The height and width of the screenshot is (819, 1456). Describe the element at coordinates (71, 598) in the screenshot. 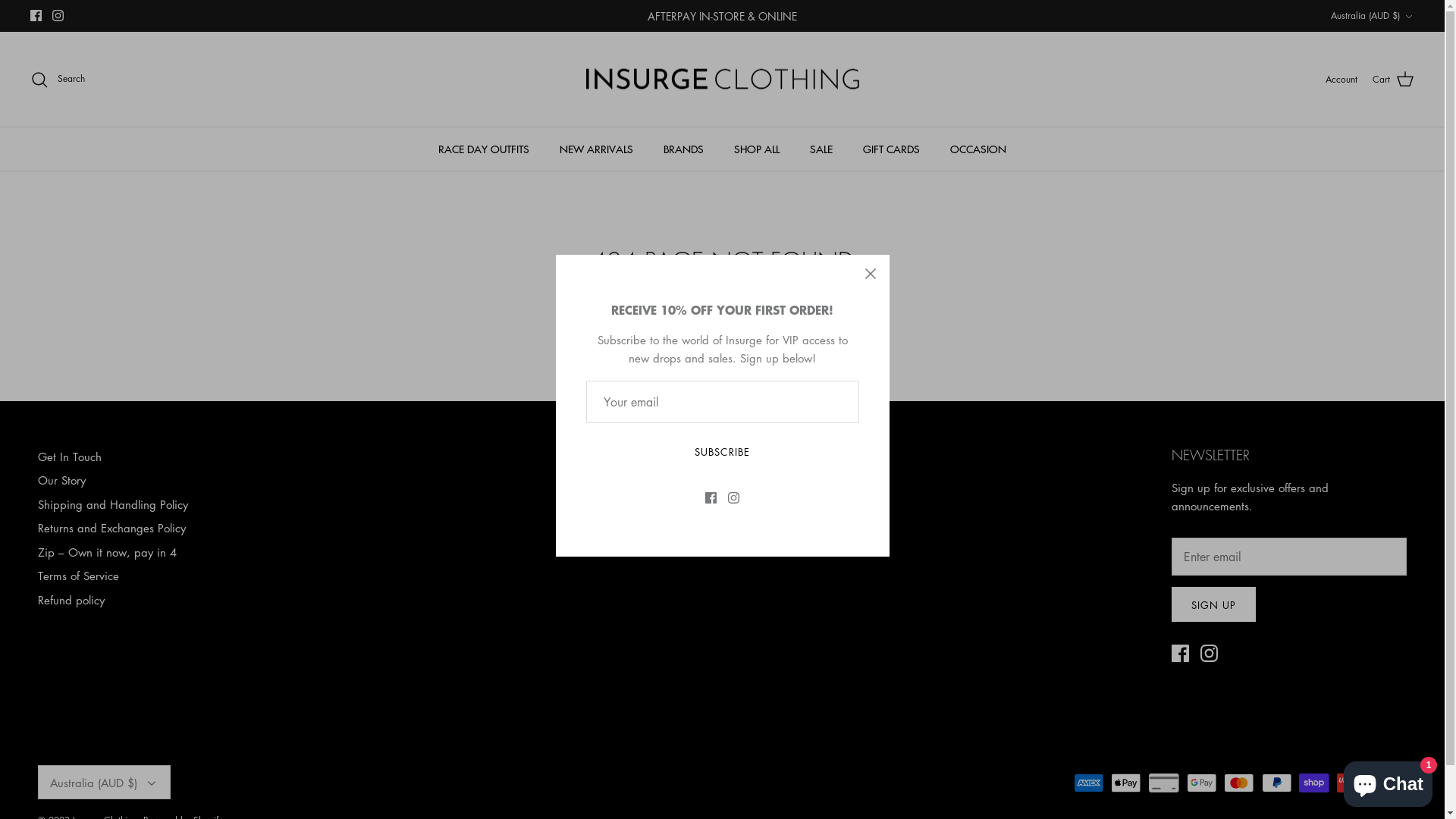

I see `'Refund policy'` at that location.